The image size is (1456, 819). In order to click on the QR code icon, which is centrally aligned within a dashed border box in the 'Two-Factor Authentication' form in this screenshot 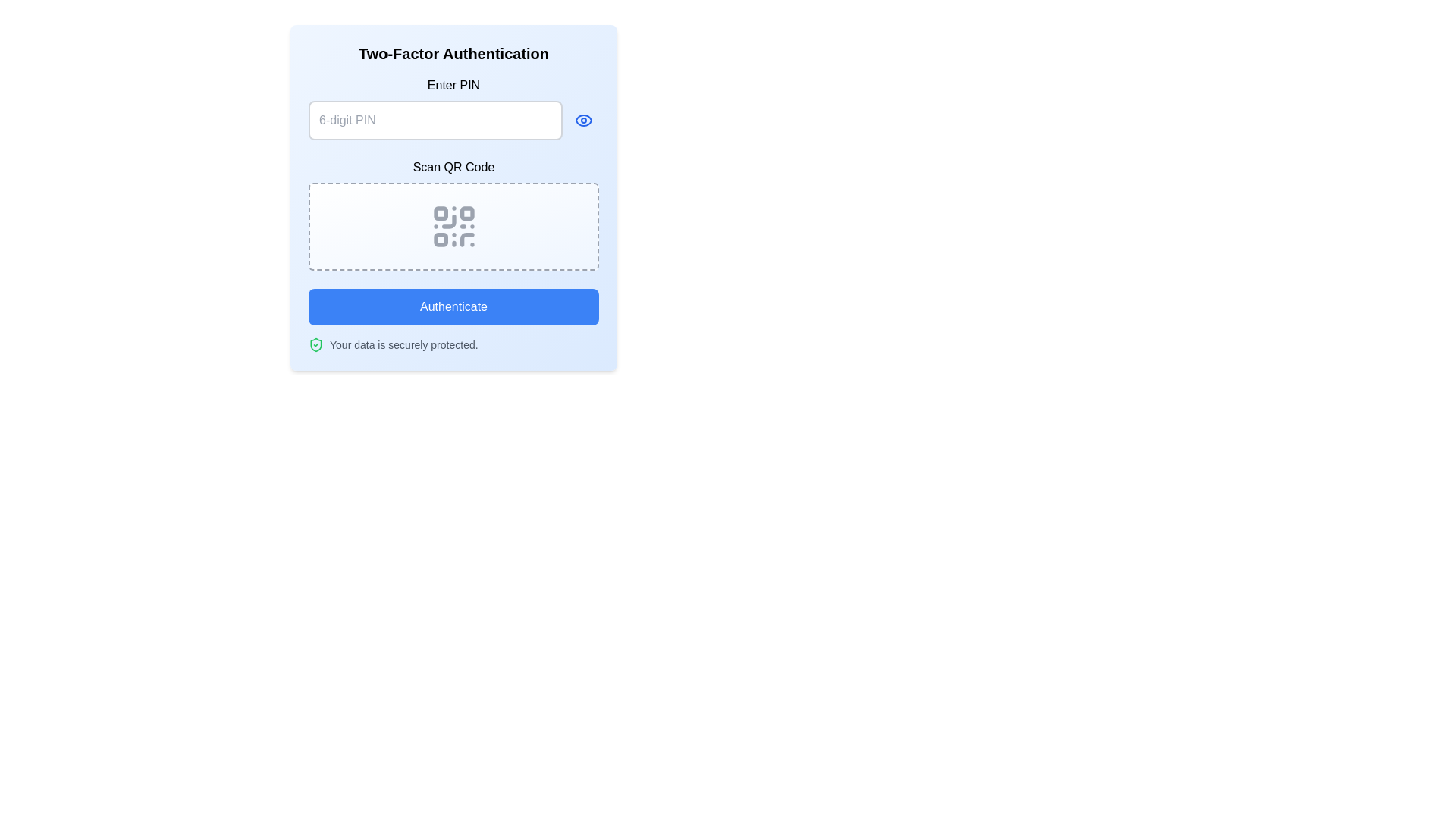, I will do `click(453, 227)`.